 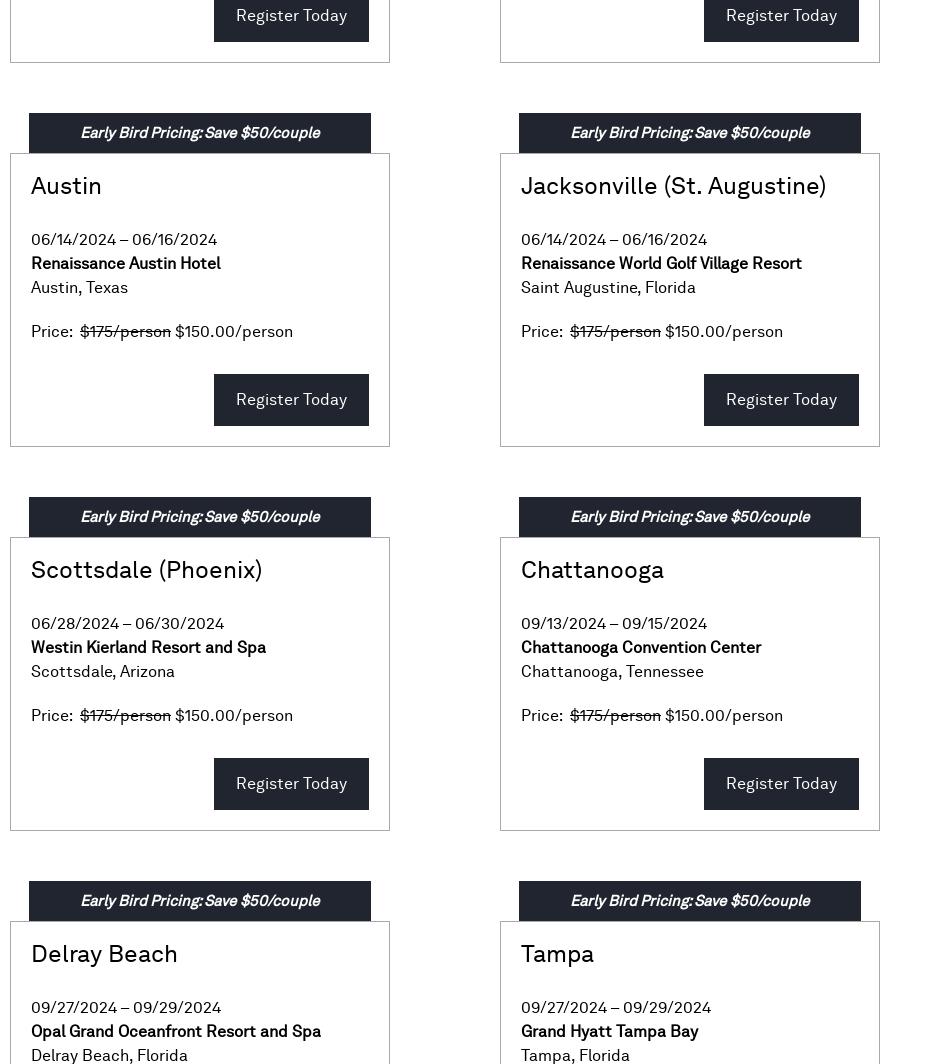 I want to click on 'Delray Beach', so click(x=104, y=953).